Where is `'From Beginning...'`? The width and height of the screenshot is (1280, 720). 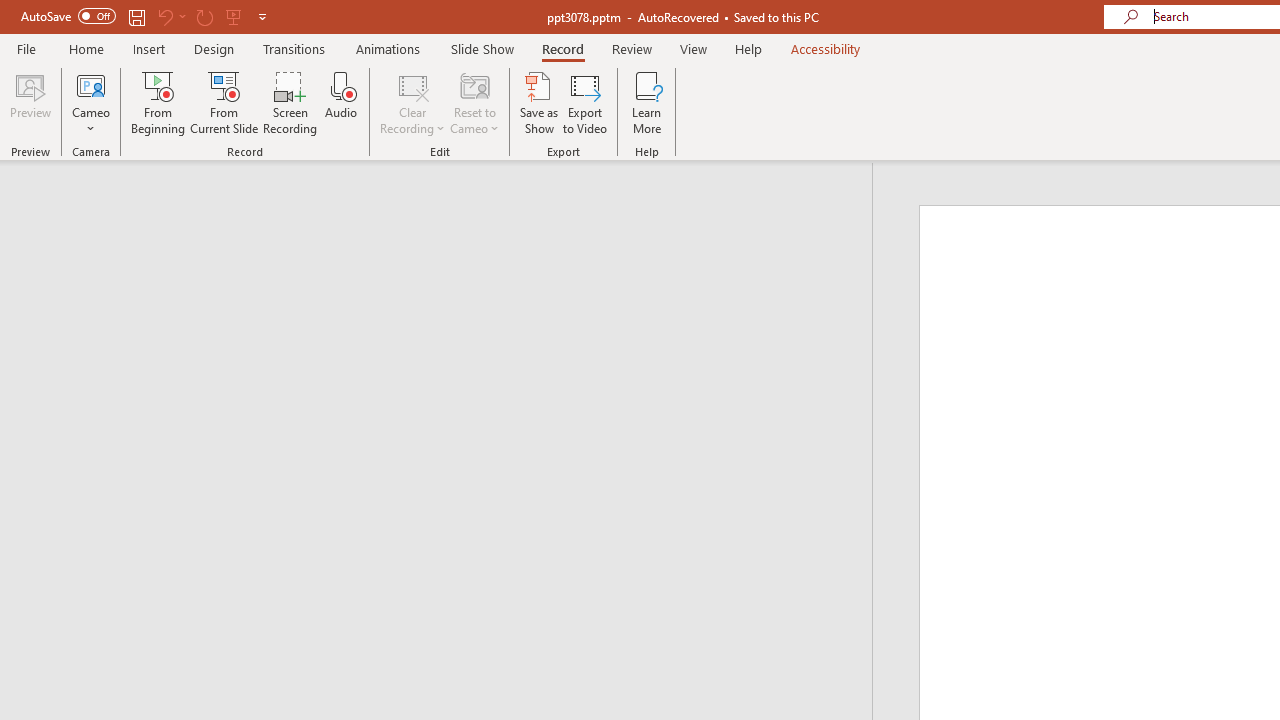 'From Beginning...' is located at coordinates (157, 103).